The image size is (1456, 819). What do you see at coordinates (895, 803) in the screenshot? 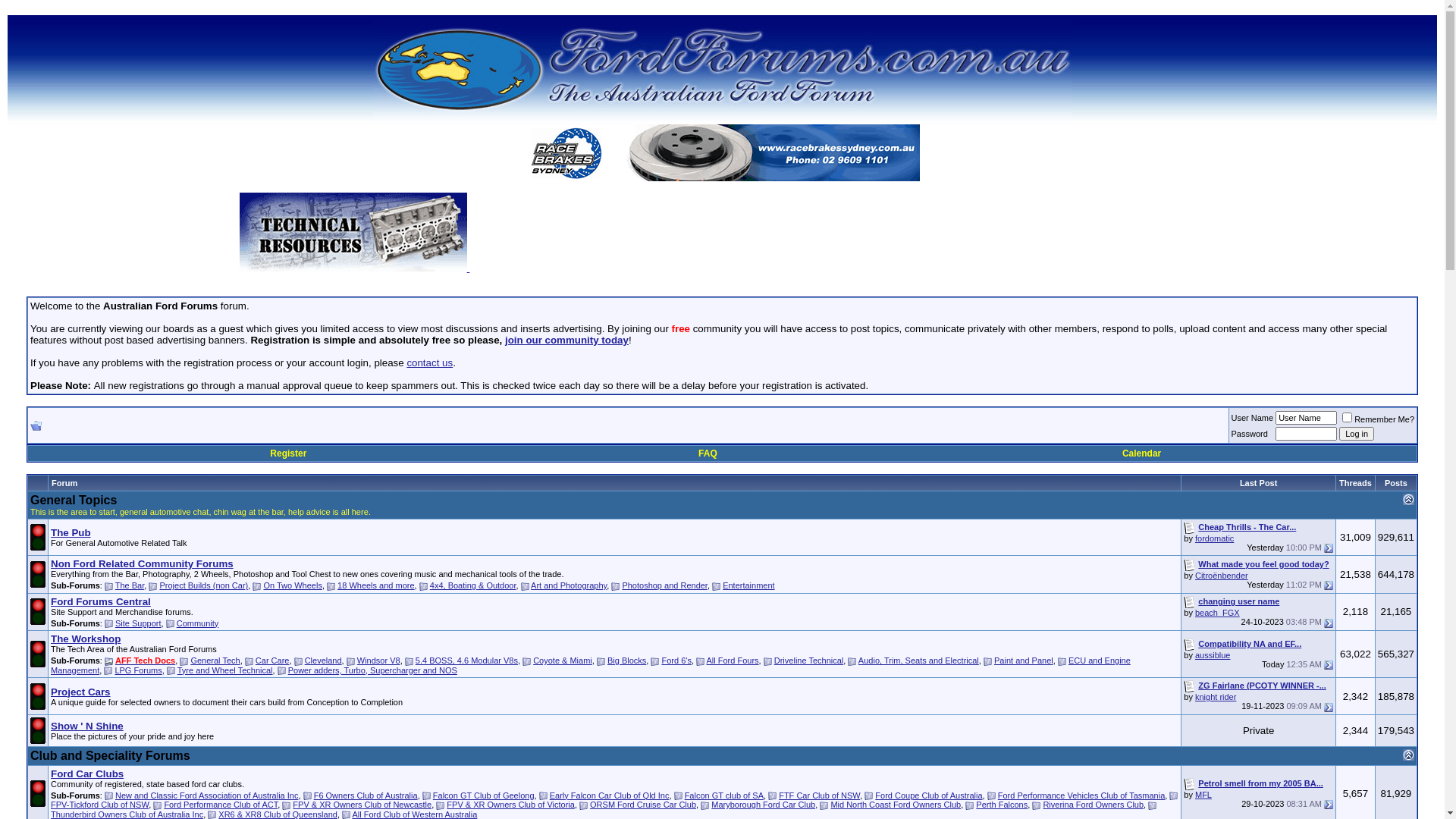
I see `'Mid North Coast Ford Owners Club'` at bounding box center [895, 803].